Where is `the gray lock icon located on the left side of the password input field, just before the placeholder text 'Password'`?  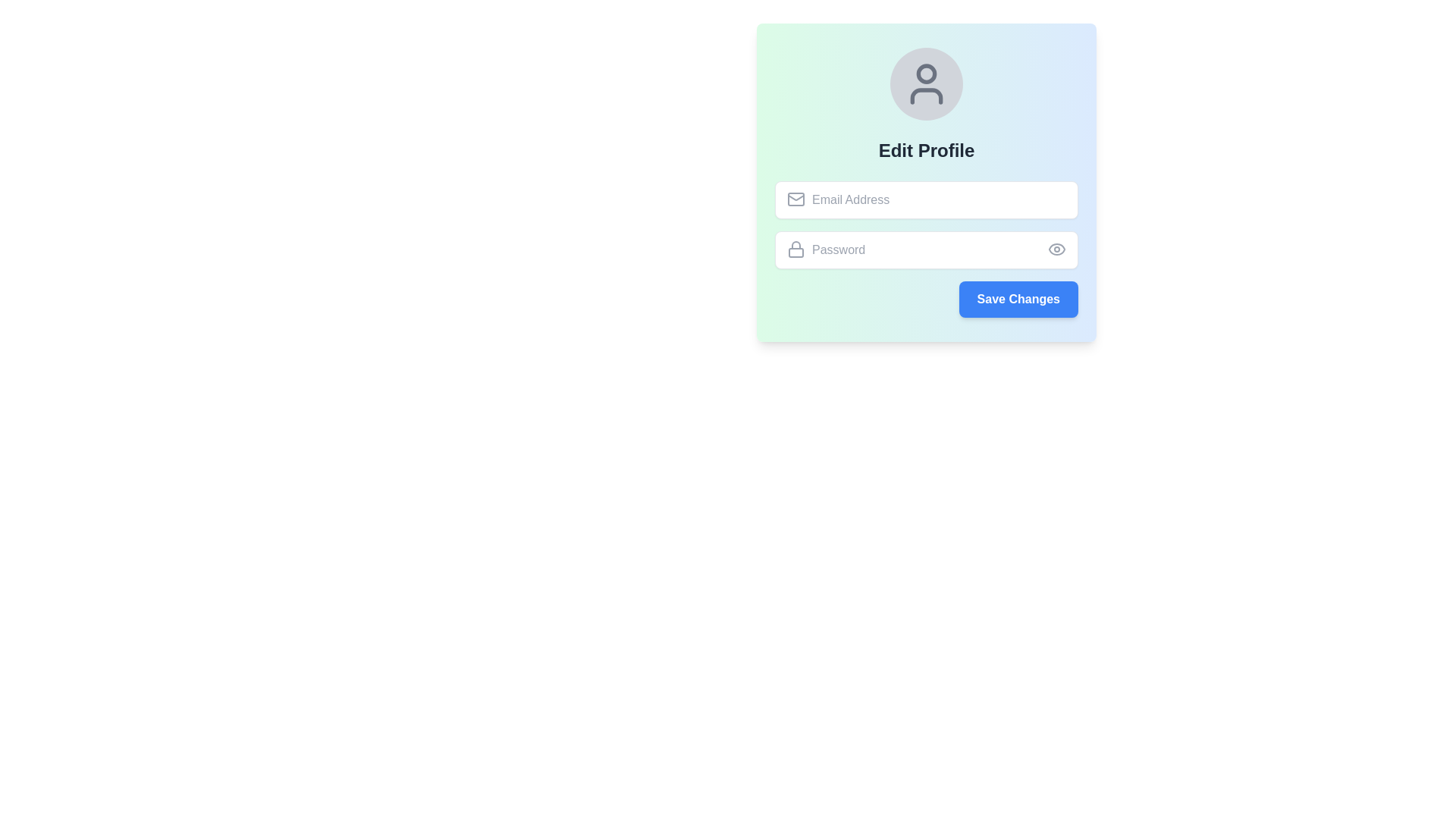 the gray lock icon located on the left side of the password input field, just before the placeholder text 'Password' is located at coordinates (795, 248).